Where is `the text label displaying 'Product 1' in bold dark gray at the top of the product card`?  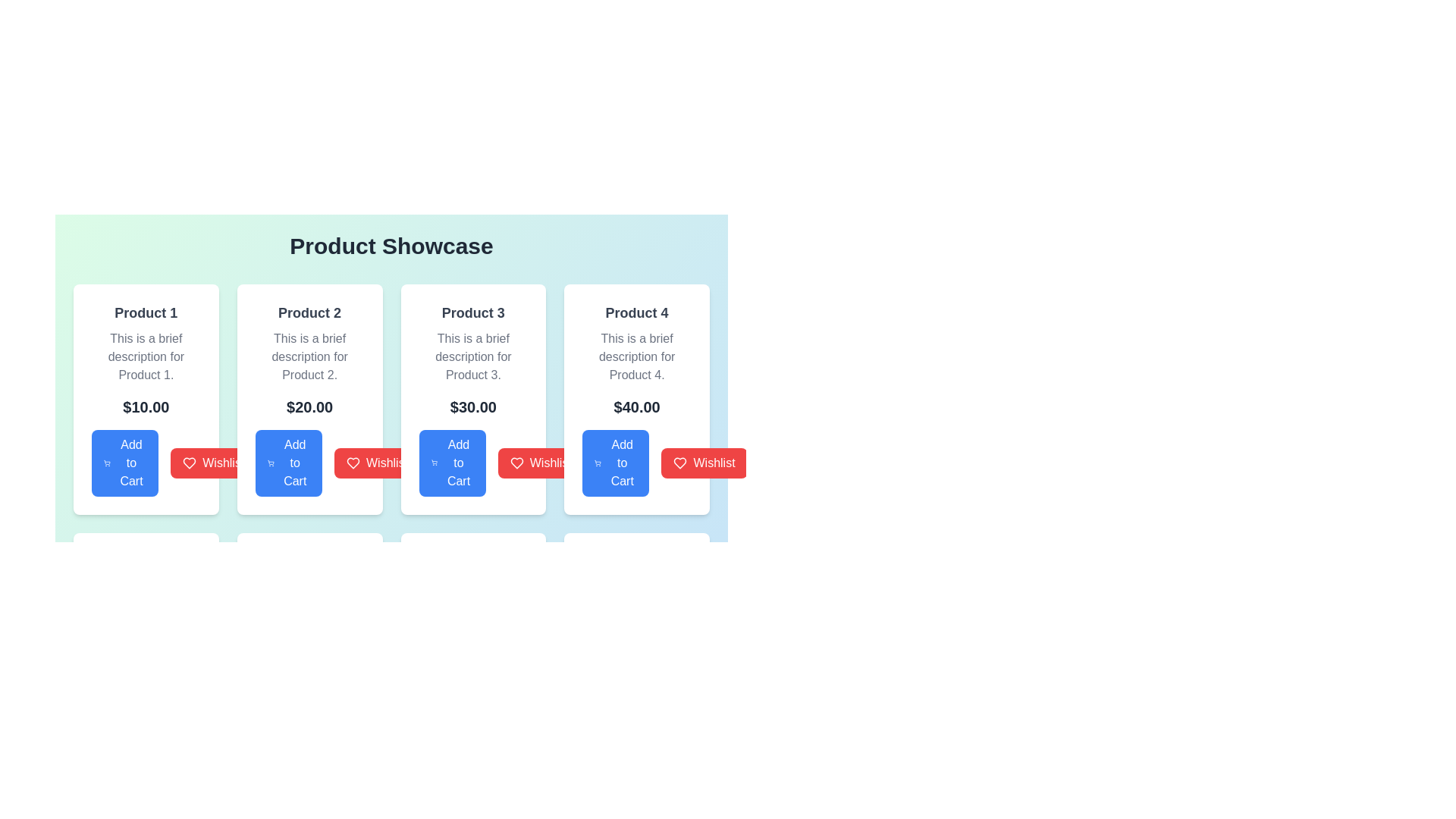
the text label displaying 'Product 1' in bold dark gray at the top of the product card is located at coordinates (146, 312).